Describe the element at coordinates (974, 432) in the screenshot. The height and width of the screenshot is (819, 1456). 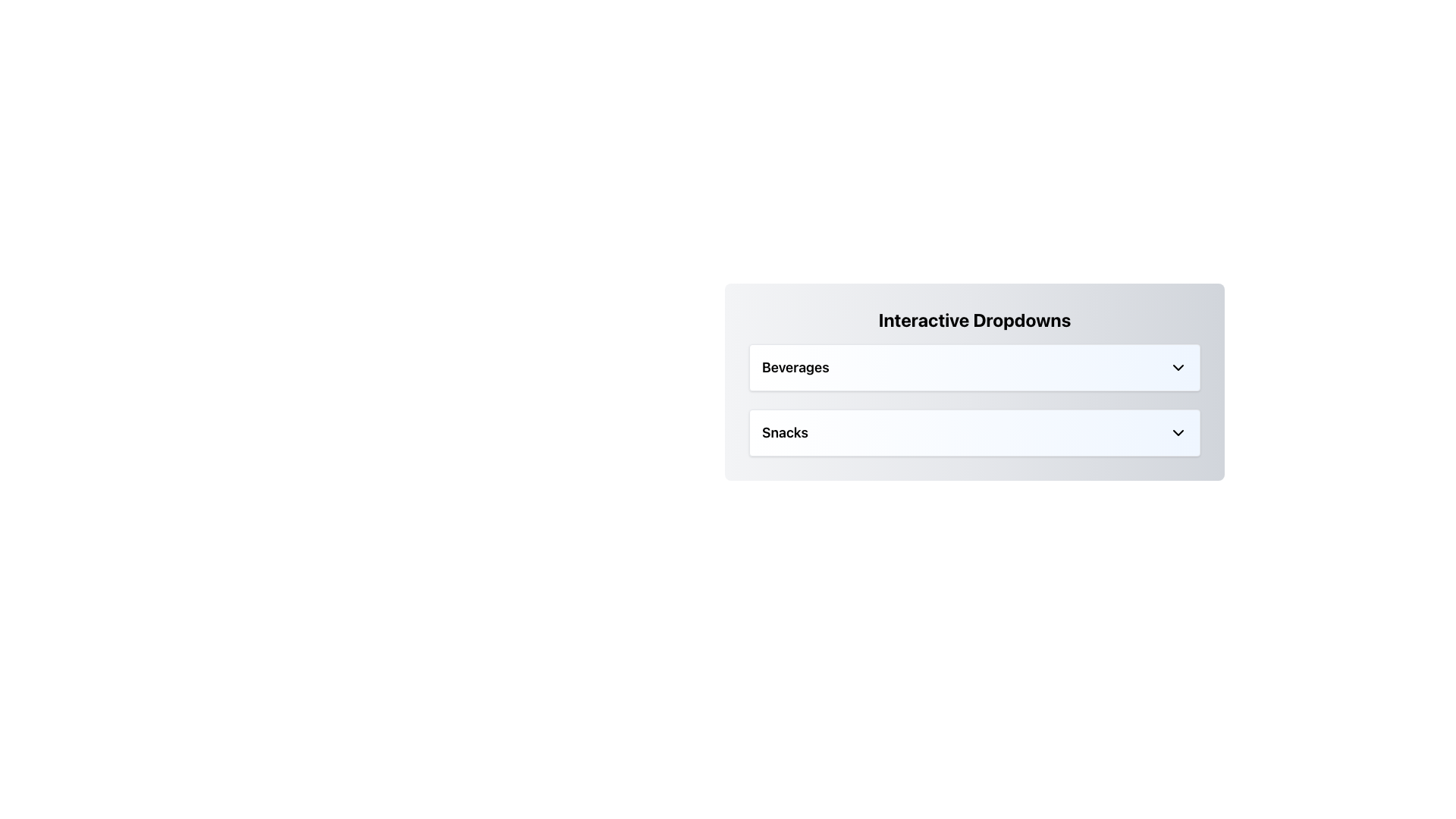
I see `the dropdown menu for selecting options related to 'Snacks'` at that location.